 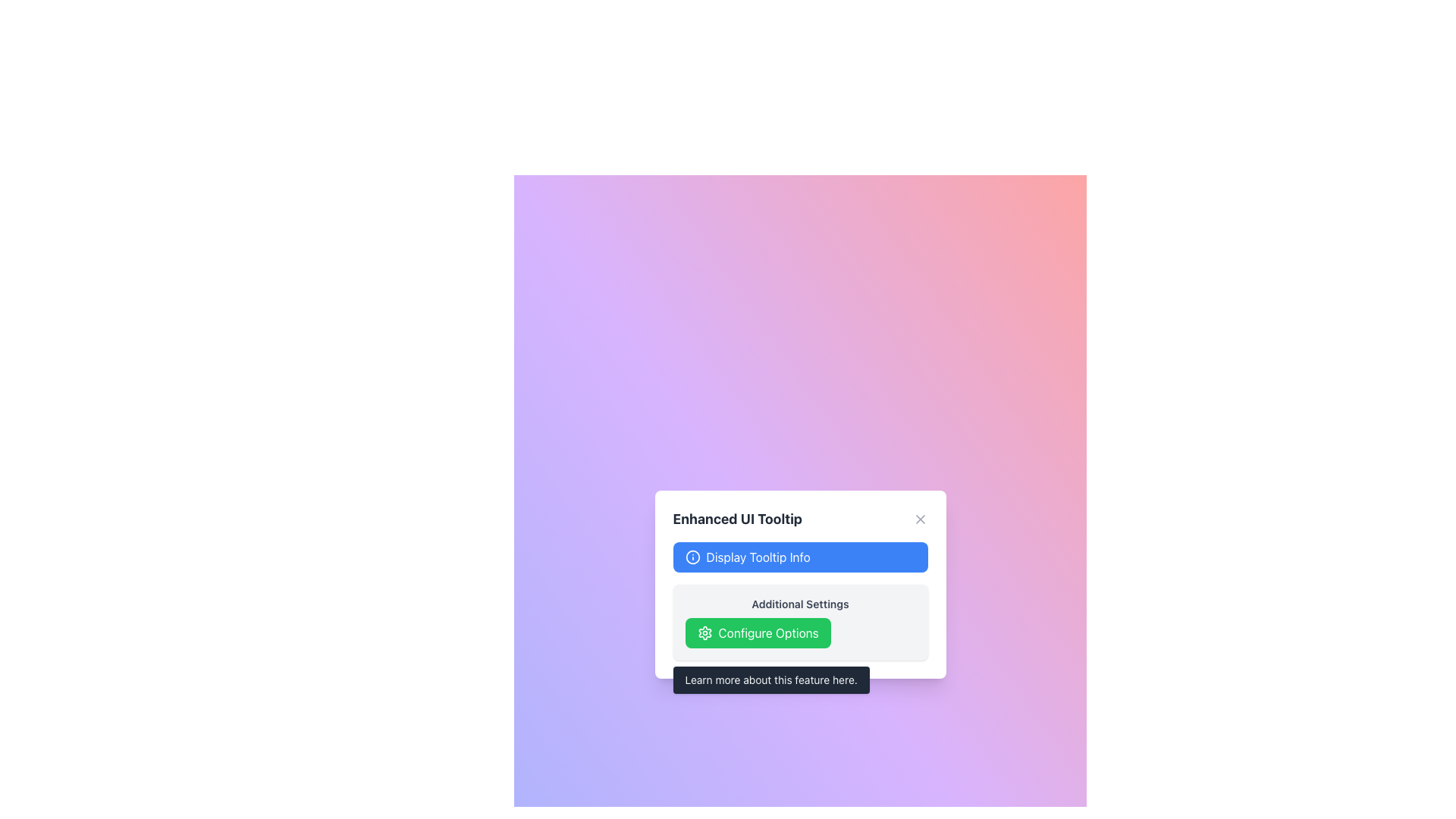 What do you see at coordinates (692, 557) in the screenshot?
I see `the Circle graphic in the SVG component that visually represents information for the 'Display Tooltip Info' label` at bounding box center [692, 557].